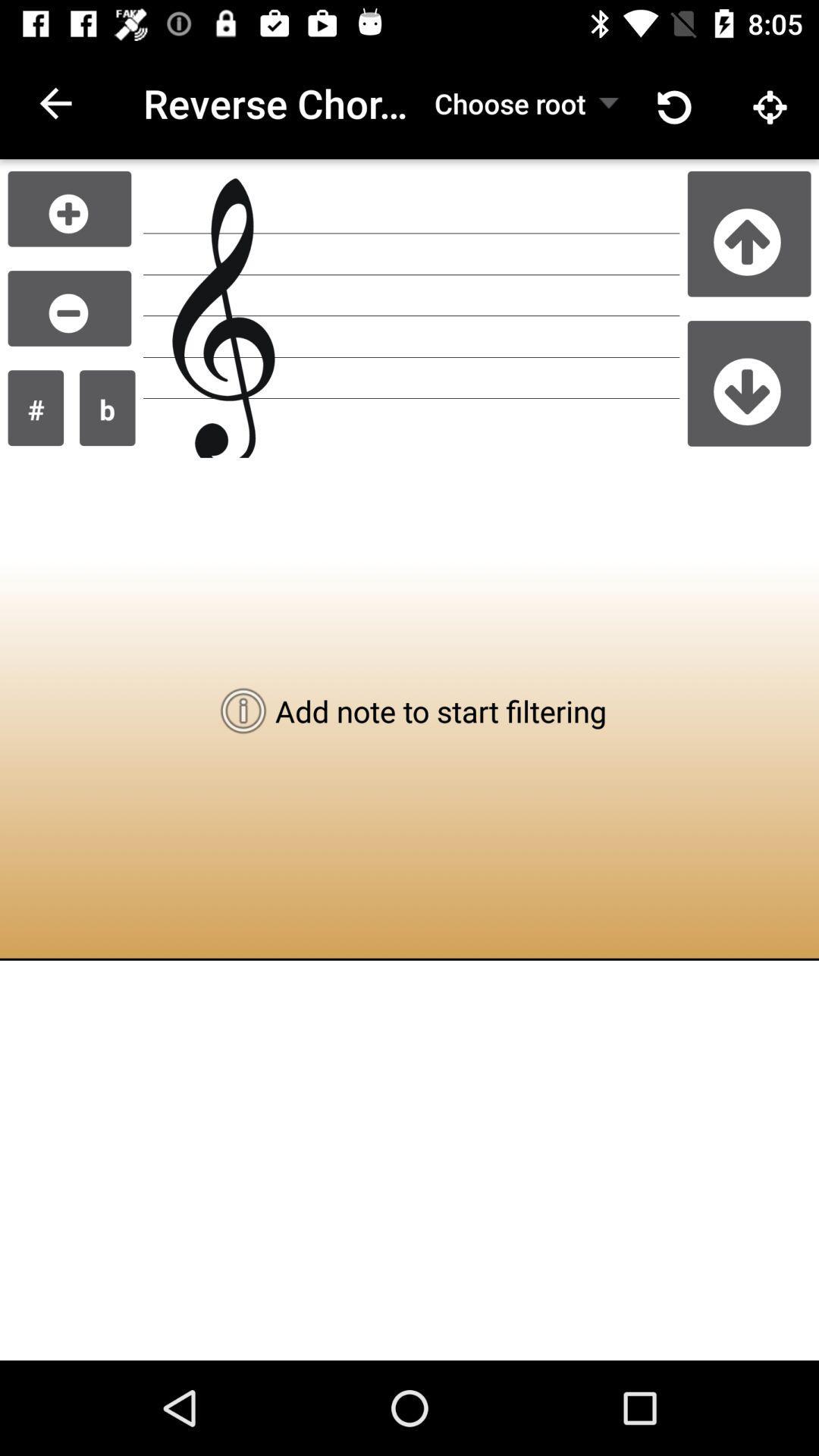  I want to click on make the music note flat, so click(106, 408).